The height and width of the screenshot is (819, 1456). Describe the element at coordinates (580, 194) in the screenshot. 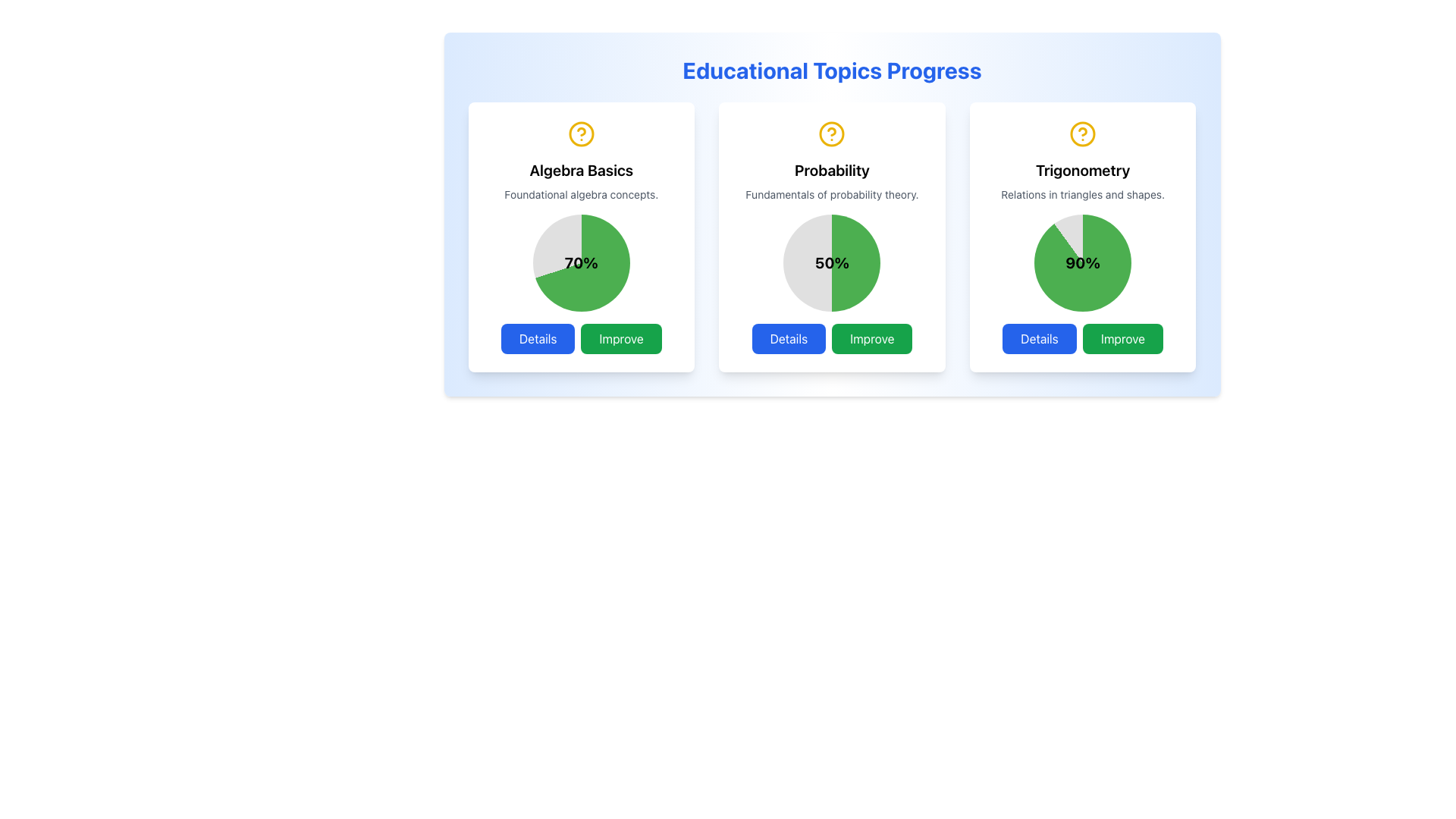

I see `the text element that provides a brief description of 'Algebra Basics', which is centrally positioned within the card, located below the title and above the progress indicator` at that location.